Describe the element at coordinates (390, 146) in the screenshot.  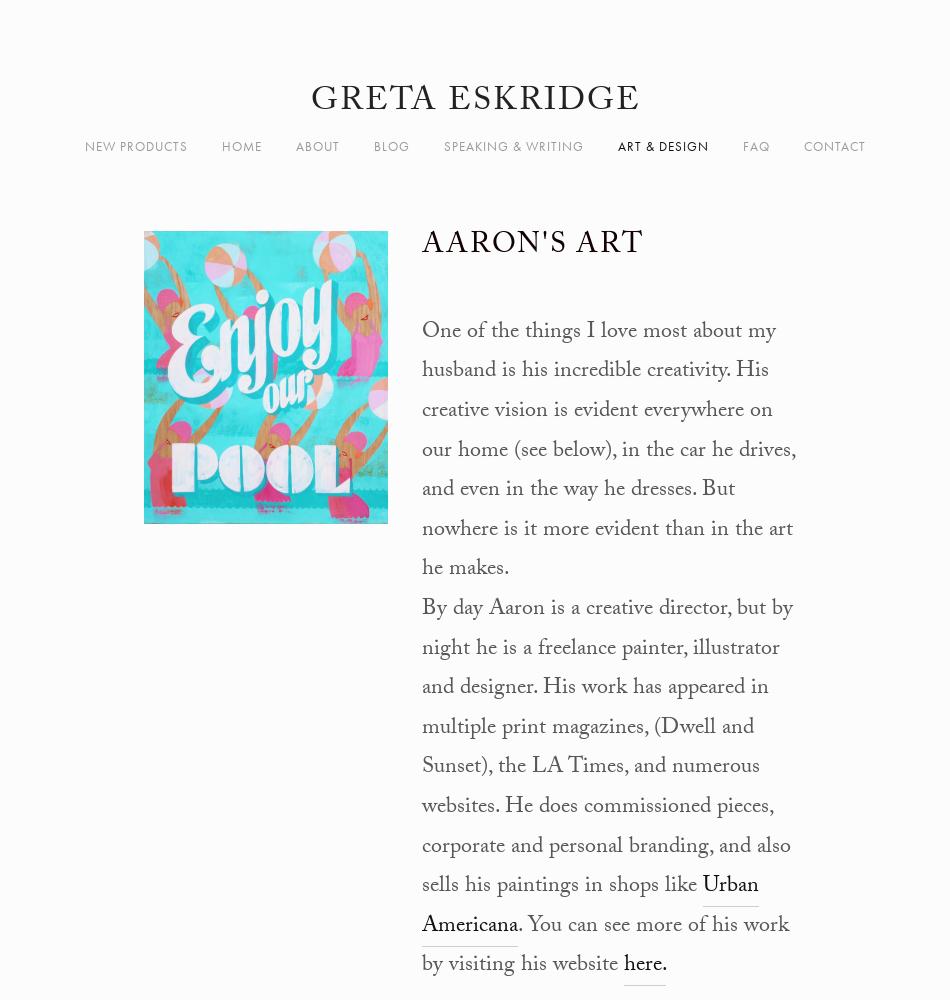
I see `'Blog'` at that location.